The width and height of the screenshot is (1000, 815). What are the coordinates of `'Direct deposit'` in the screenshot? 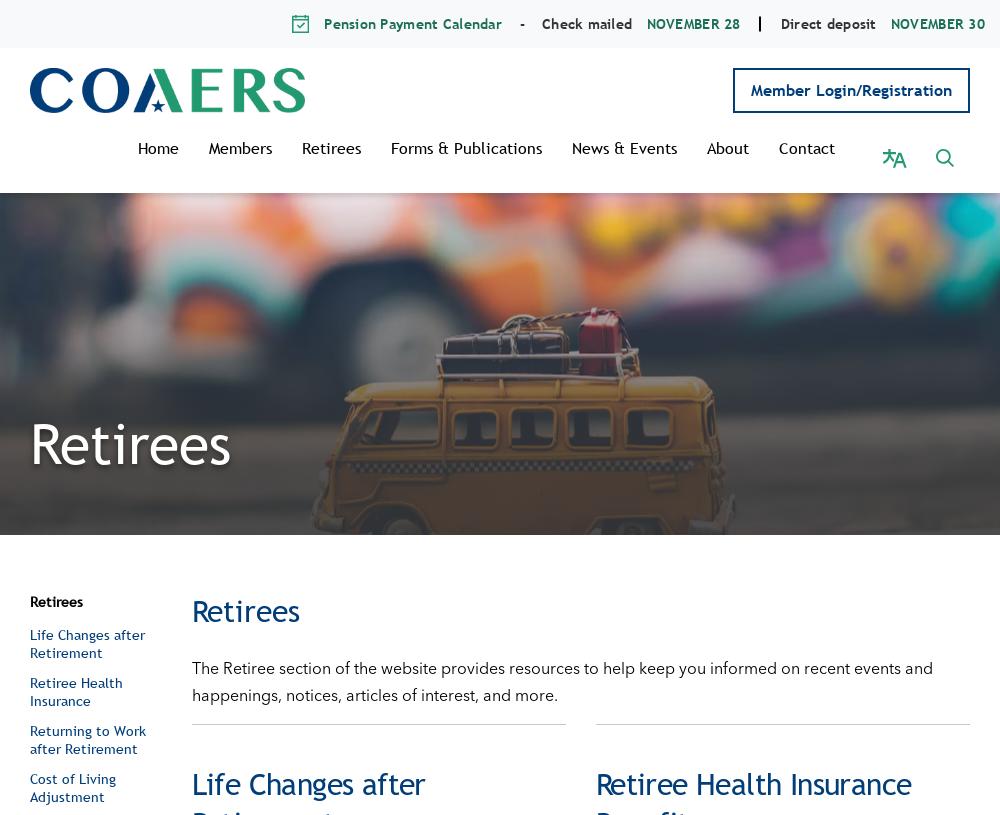 It's located at (829, 22).